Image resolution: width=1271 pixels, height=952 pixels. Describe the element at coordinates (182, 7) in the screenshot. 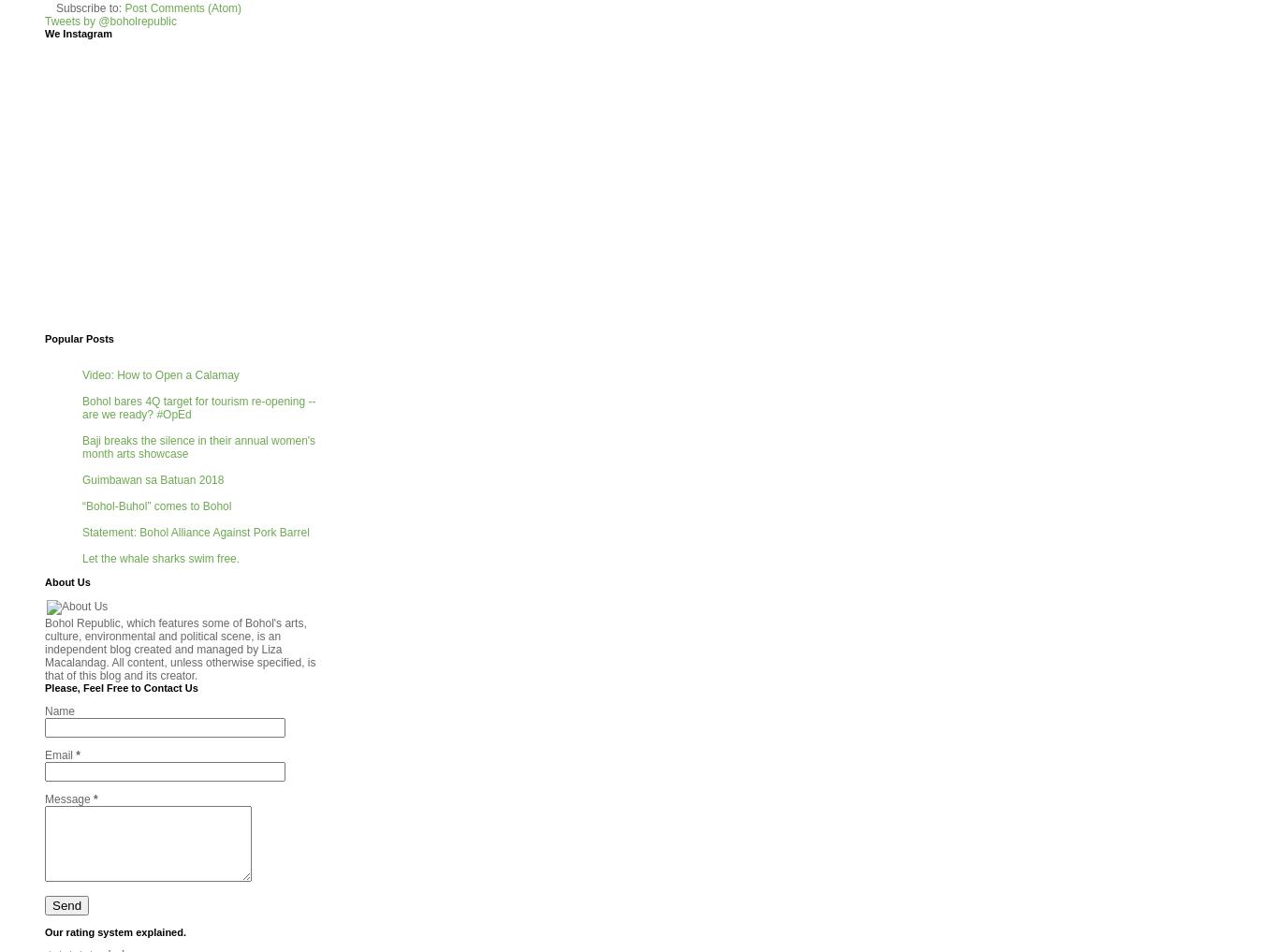

I see `'Post Comments (Atom)'` at that location.